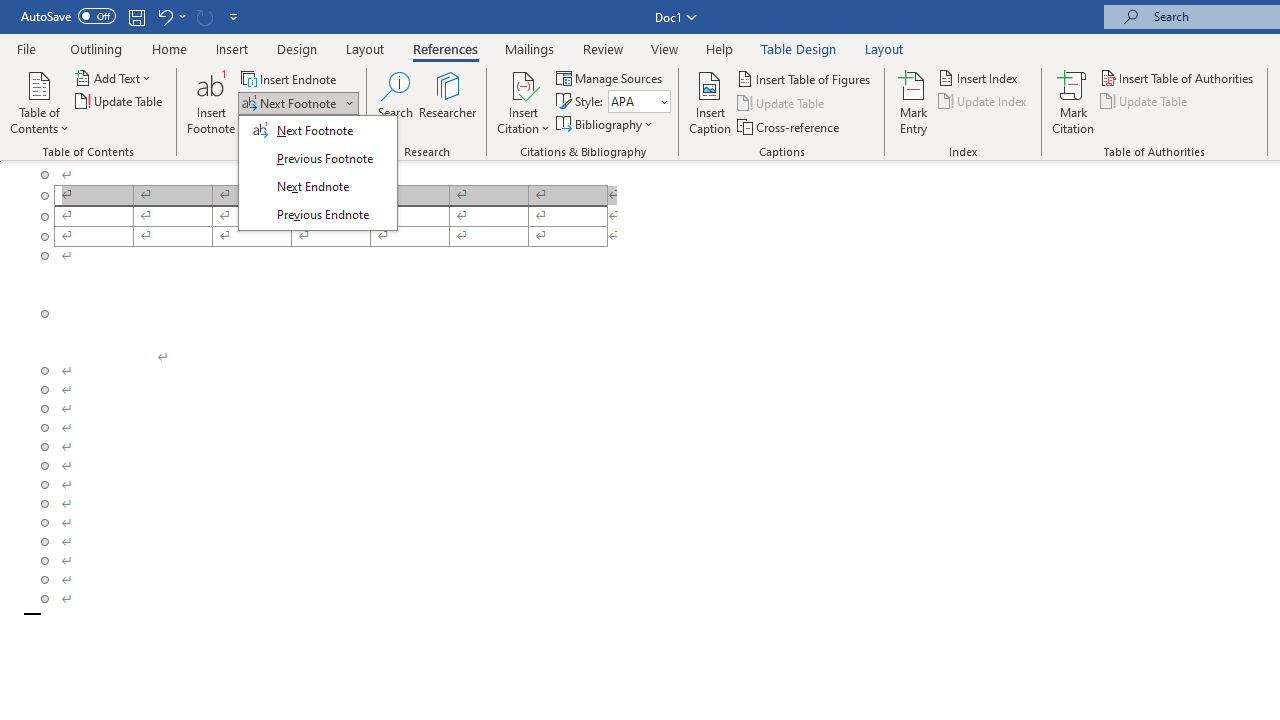  Describe the element at coordinates (610, 77) in the screenshot. I see `'Manage Sources...'` at that location.